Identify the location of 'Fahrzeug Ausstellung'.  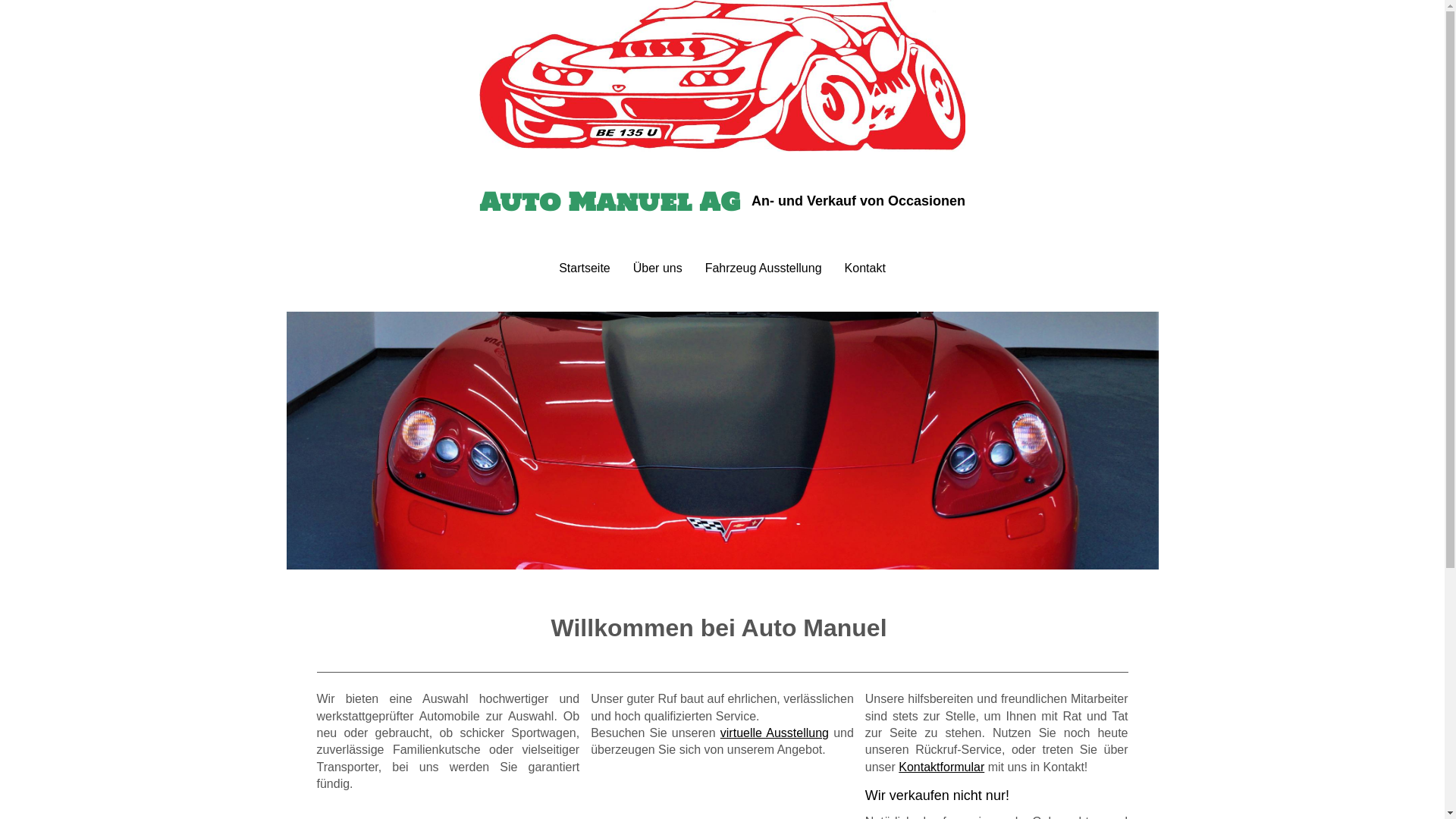
(764, 268).